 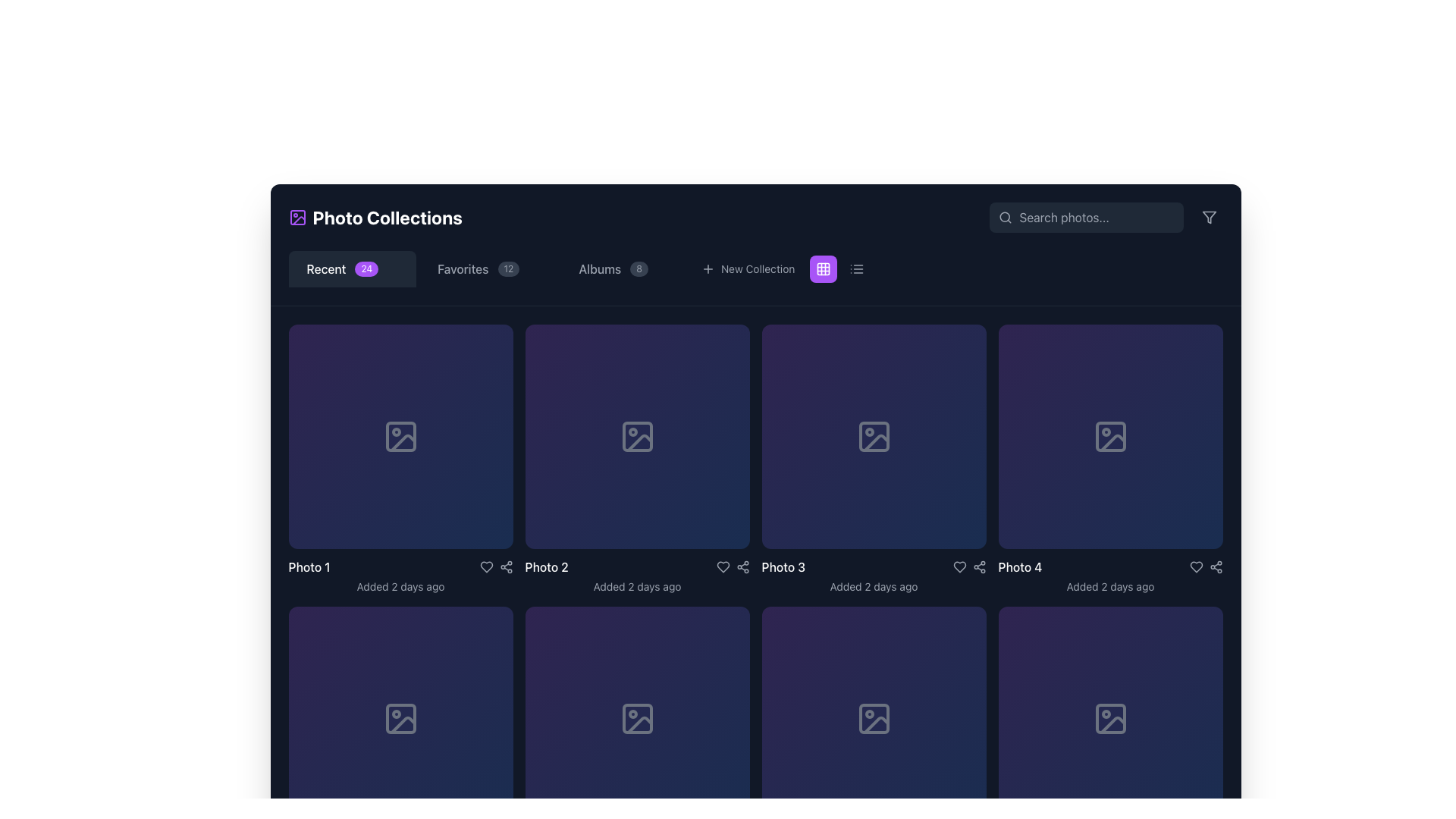 What do you see at coordinates (1205, 567) in the screenshot?
I see `the group of interactive icons at the bottom-right corner of the 'Photo 4' panel` at bounding box center [1205, 567].